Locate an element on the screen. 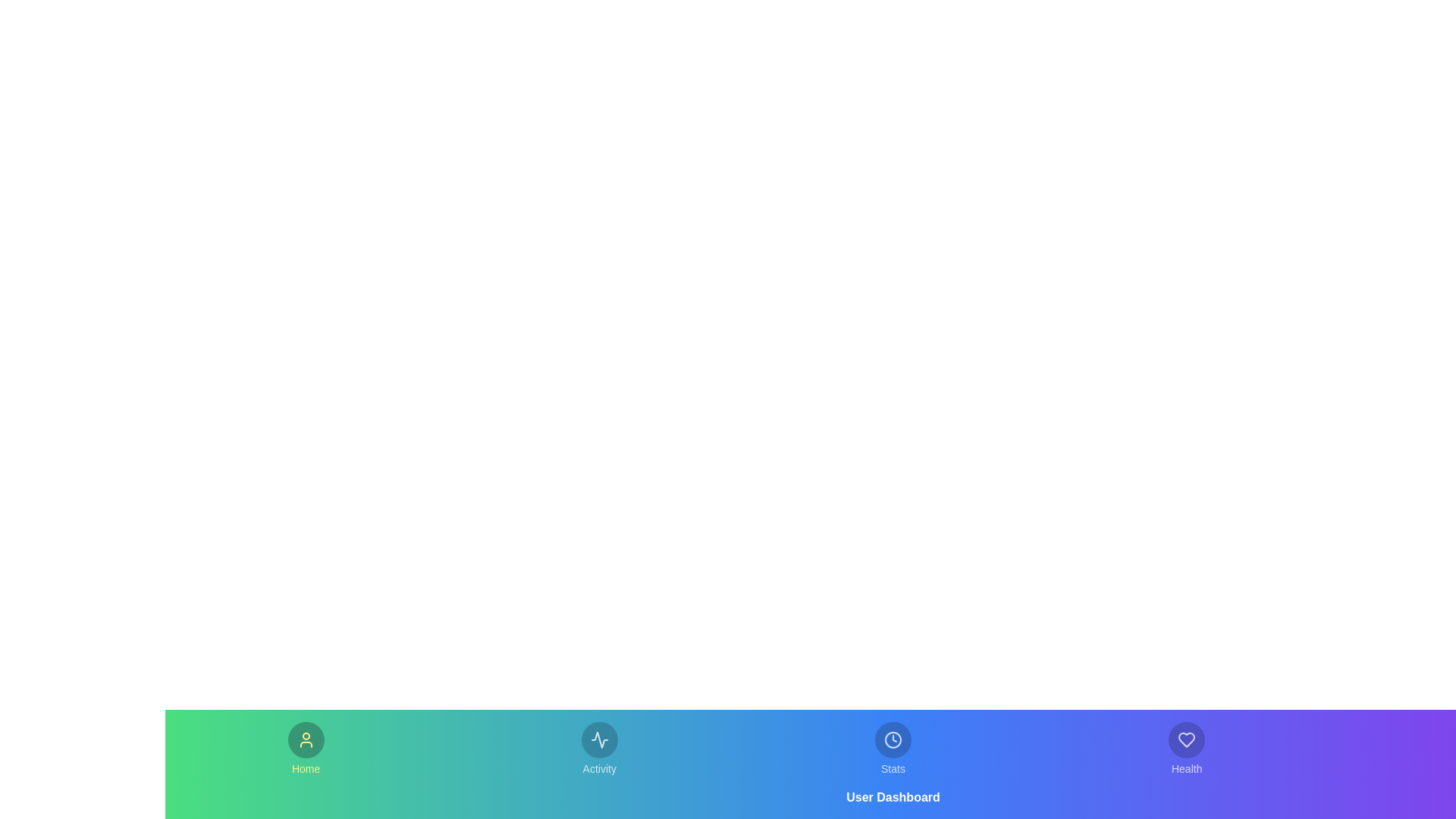 Image resolution: width=1456 pixels, height=819 pixels. the tab labeled Stats to observe its hover effect is located at coordinates (893, 748).